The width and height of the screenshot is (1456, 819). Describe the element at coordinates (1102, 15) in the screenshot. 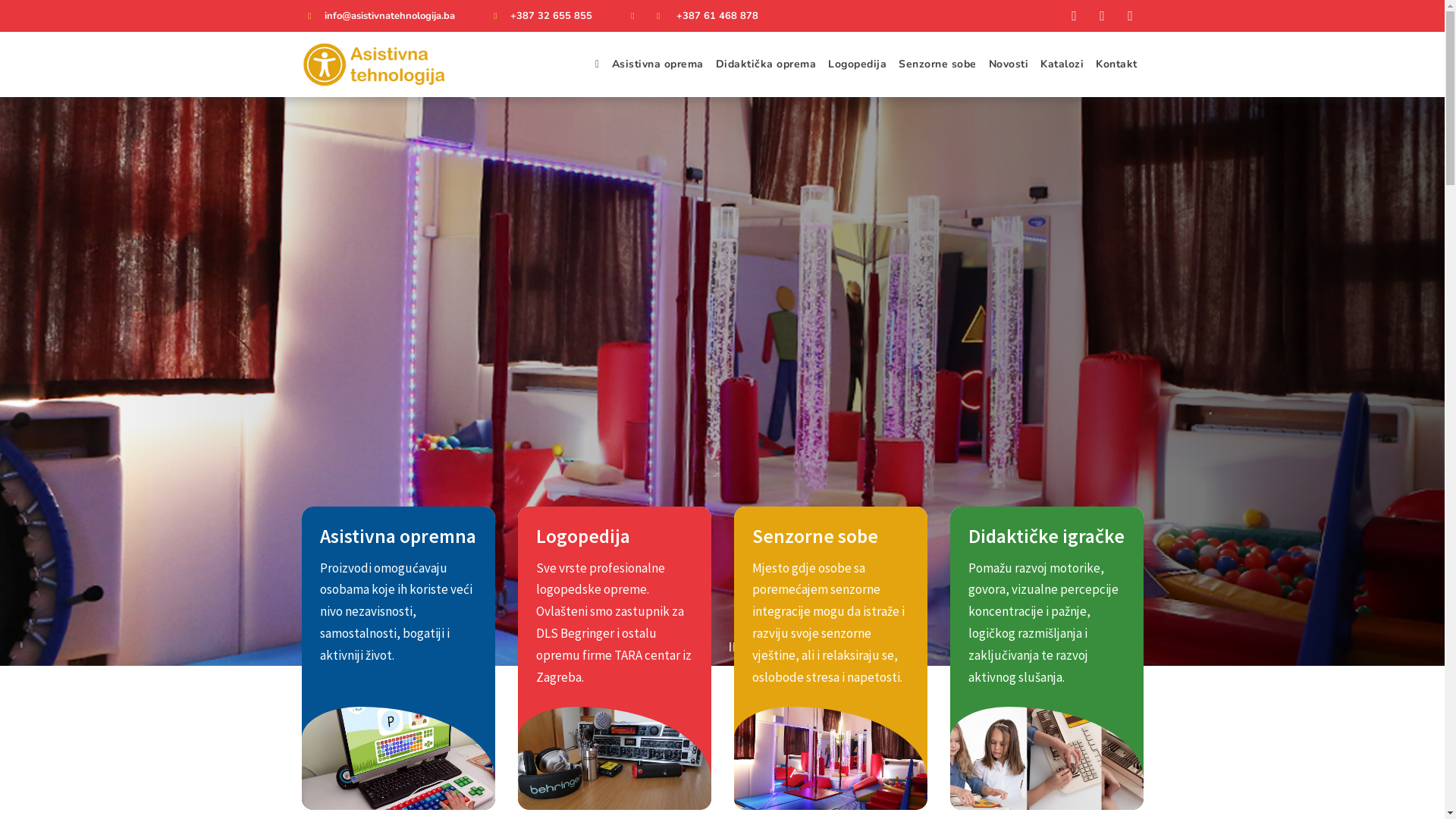

I see `'Viber'` at that location.